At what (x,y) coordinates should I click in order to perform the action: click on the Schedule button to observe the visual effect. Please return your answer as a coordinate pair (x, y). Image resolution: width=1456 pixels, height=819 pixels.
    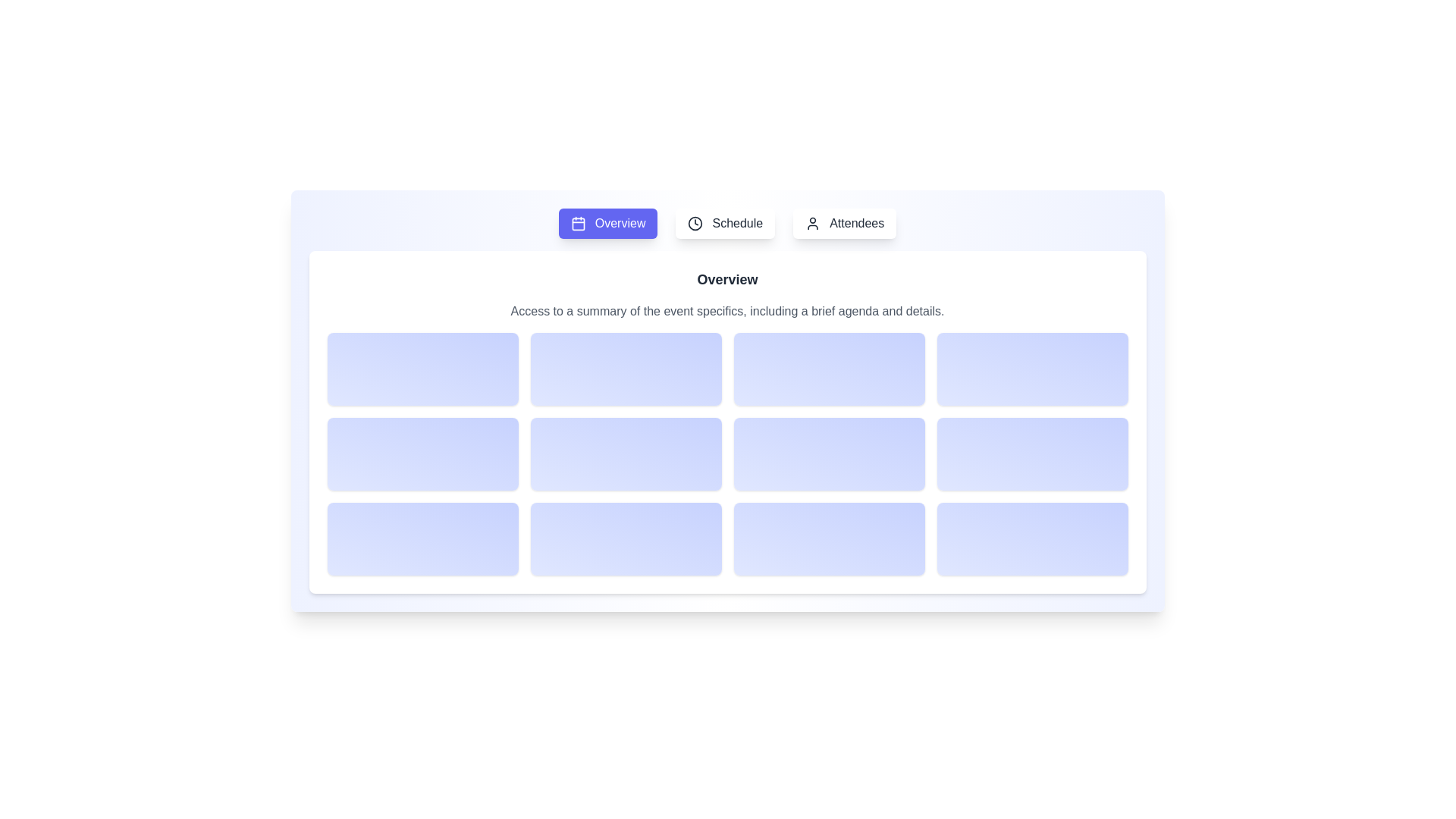
    Looking at the image, I should click on (724, 223).